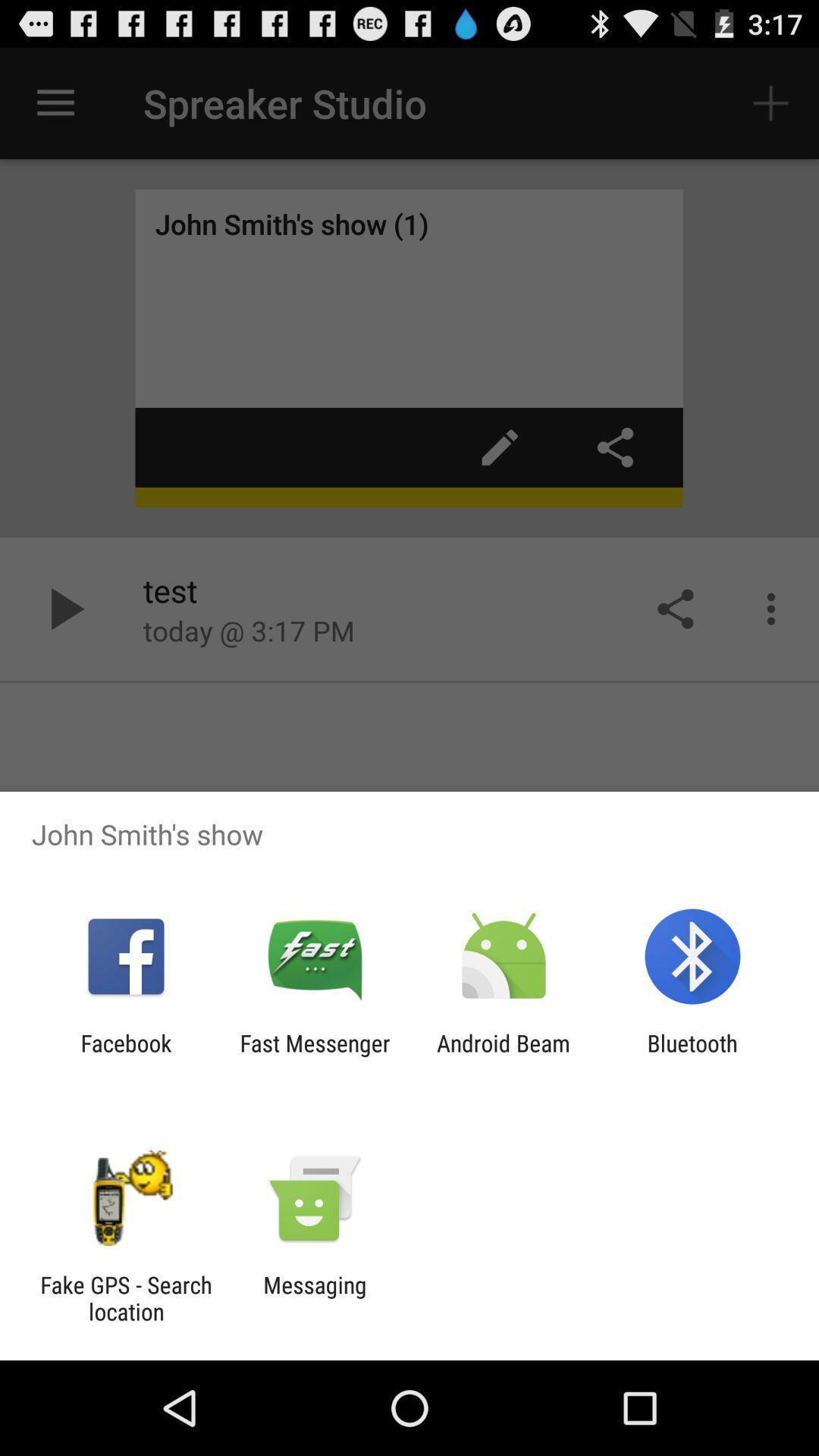 The height and width of the screenshot is (1456, 819). Describe the element at coordinates (125, 1298) in the screenshot. I see `fake gps search item` at that location.